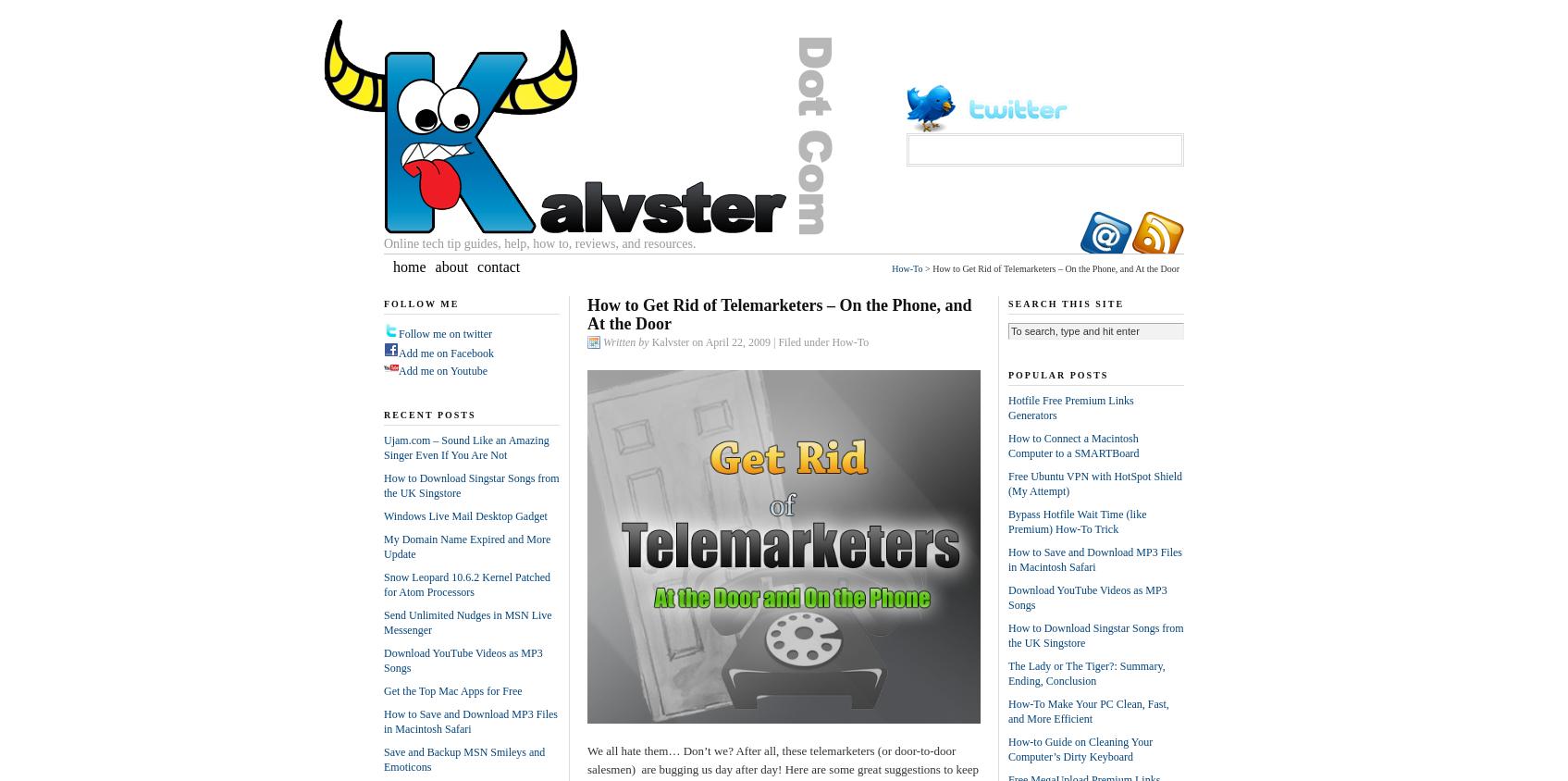  What do you see at coordinates (710, 341) in the screenshot?
I see `'Kalvster on April 22, 2009'` at bounding box center [710, 341].